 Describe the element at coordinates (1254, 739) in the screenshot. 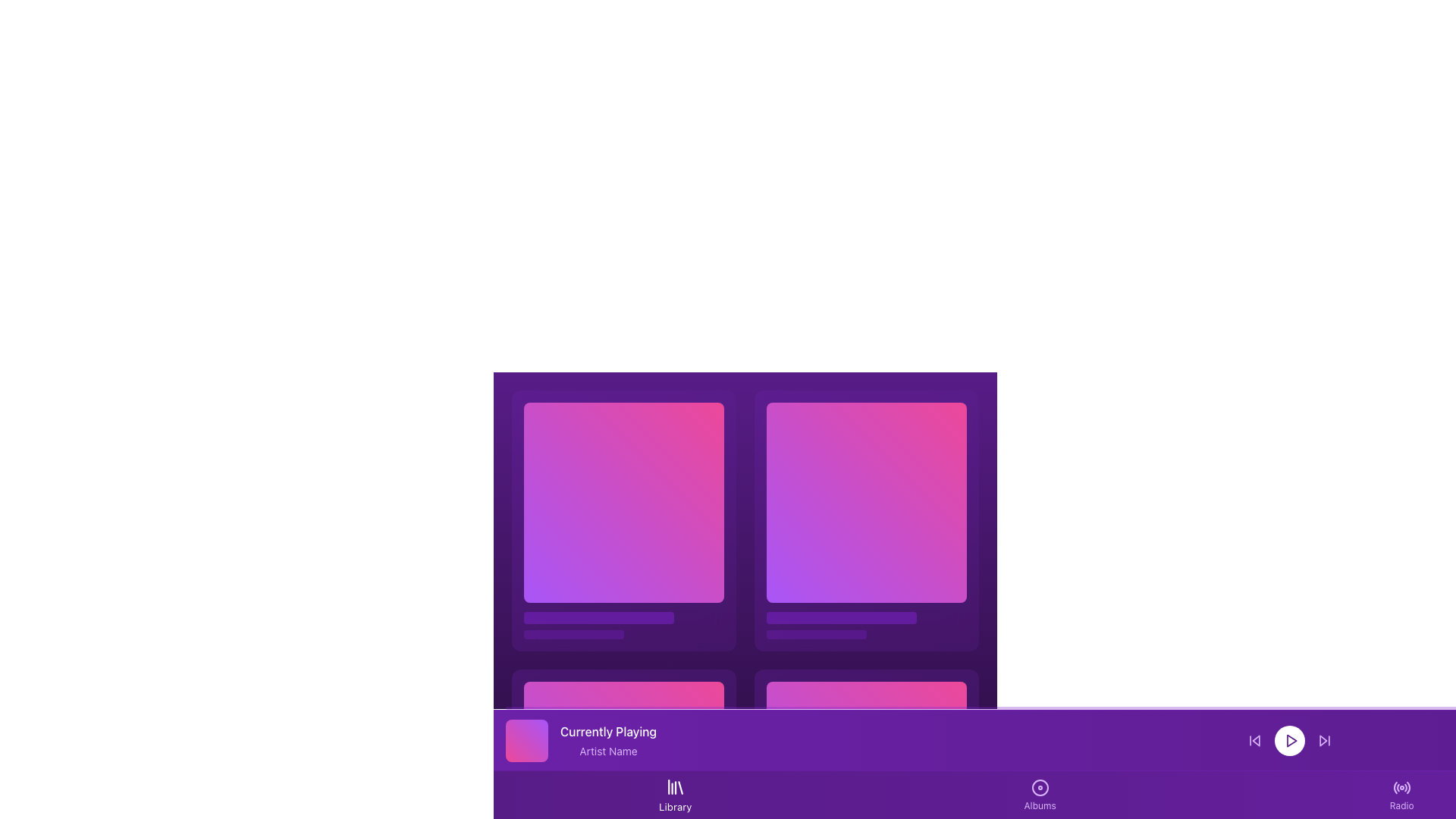

I see `the 'Skip Back' button, which is a small purple icon located to the left of the central Play icon in the horizontal control bar at the bottom of the interface` at that location.